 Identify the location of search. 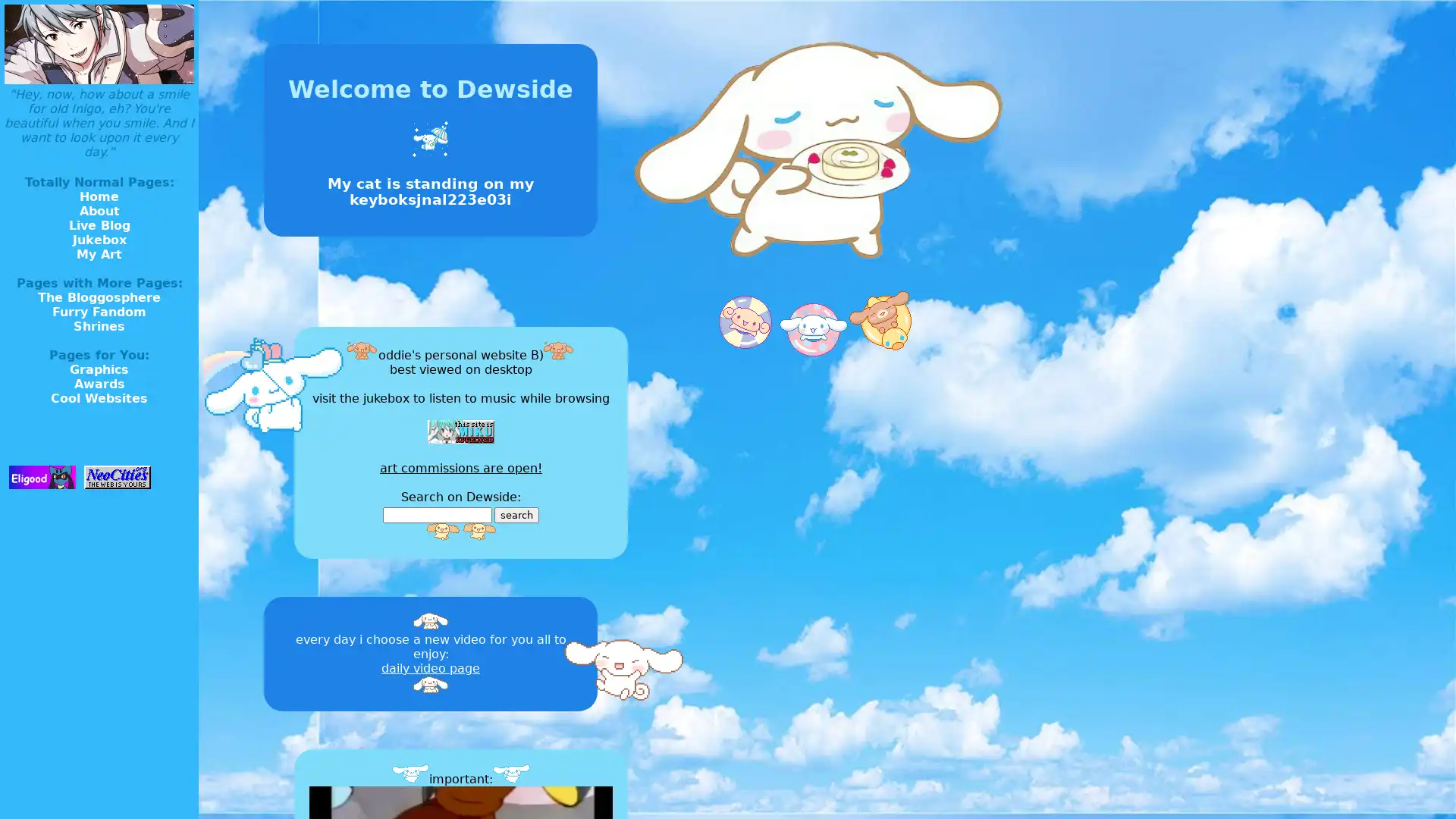
(516, 514).